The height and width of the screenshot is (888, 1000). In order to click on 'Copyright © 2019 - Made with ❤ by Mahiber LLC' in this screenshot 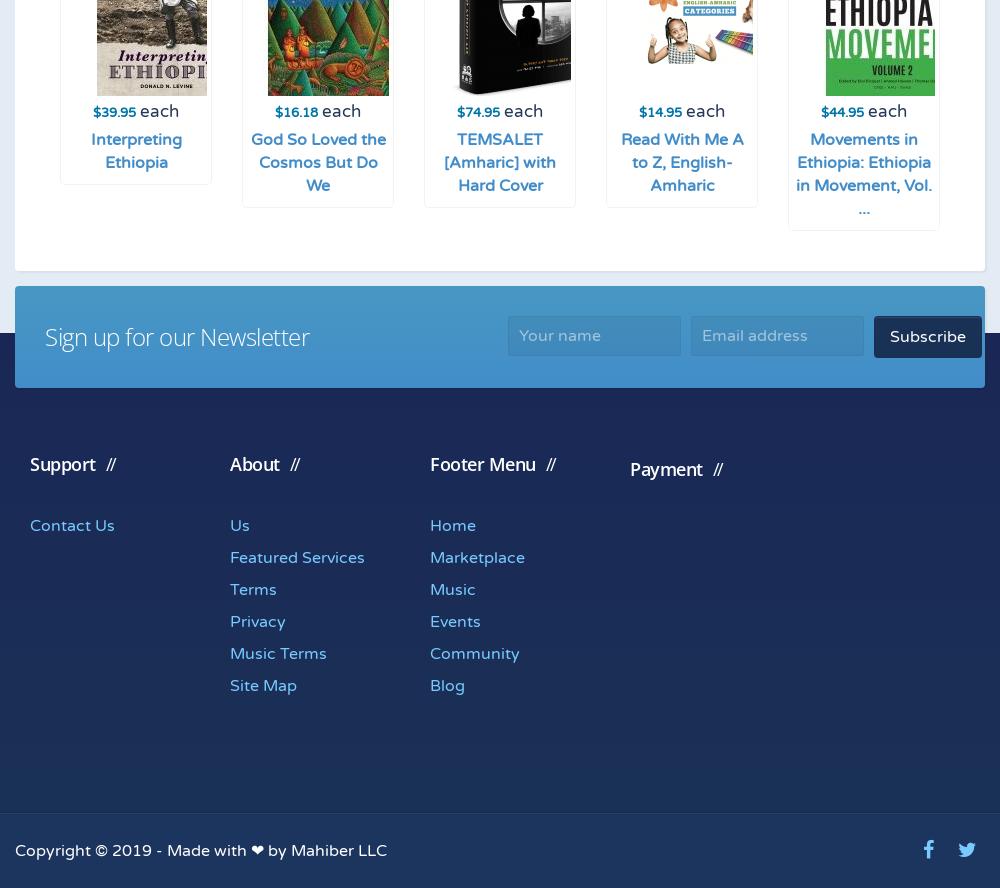, I will do `click(200, 848)`.